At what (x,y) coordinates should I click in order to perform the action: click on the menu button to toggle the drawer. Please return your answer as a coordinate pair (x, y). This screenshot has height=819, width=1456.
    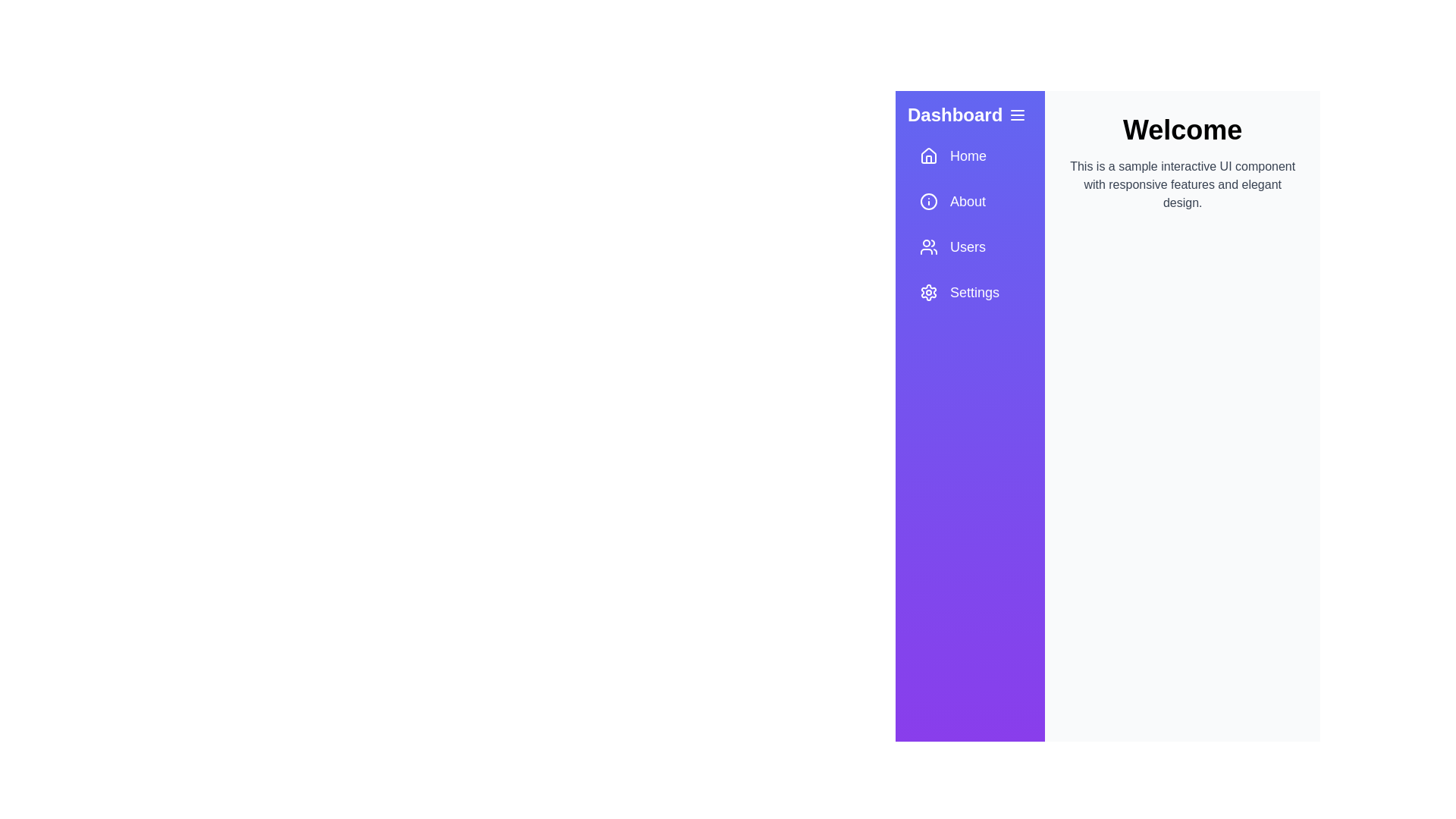
    Looking at the image, I should click on (1018, 114).